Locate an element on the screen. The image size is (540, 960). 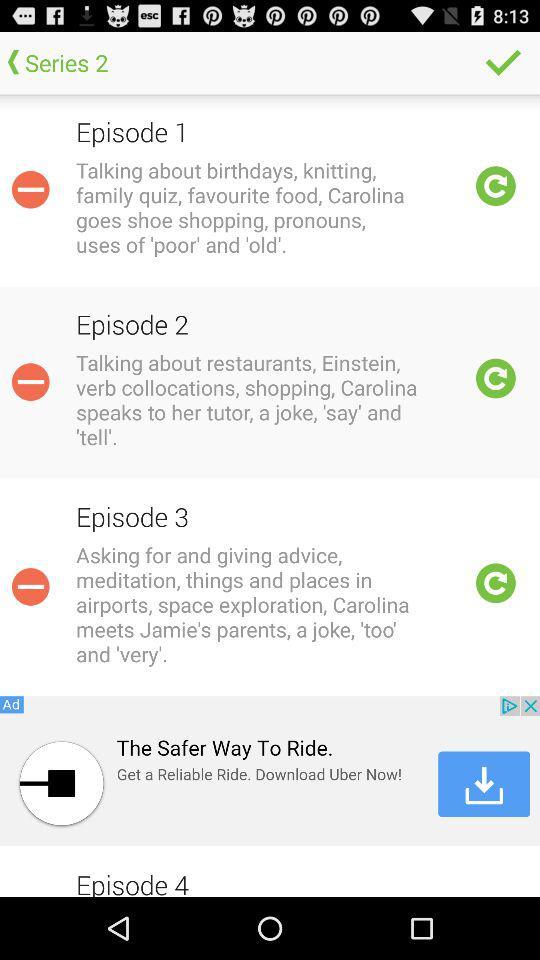
remove button is located at coordinates (29, 586).